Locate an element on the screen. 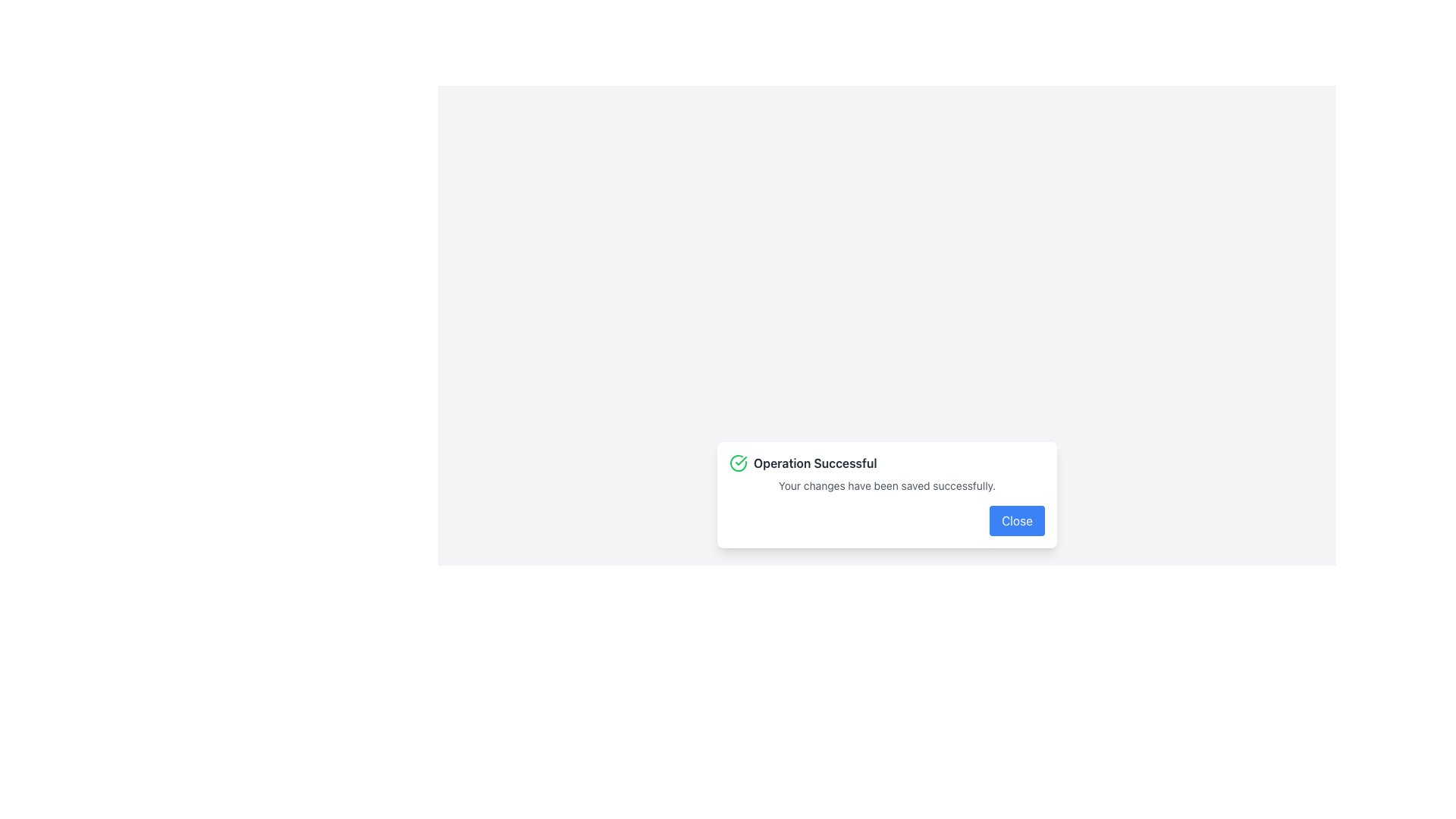 The width and height of the screenshot is (1456, 819). the 'Operation Successful' text label to potentially trigger a tooltip is located at coordinates (814, 462).